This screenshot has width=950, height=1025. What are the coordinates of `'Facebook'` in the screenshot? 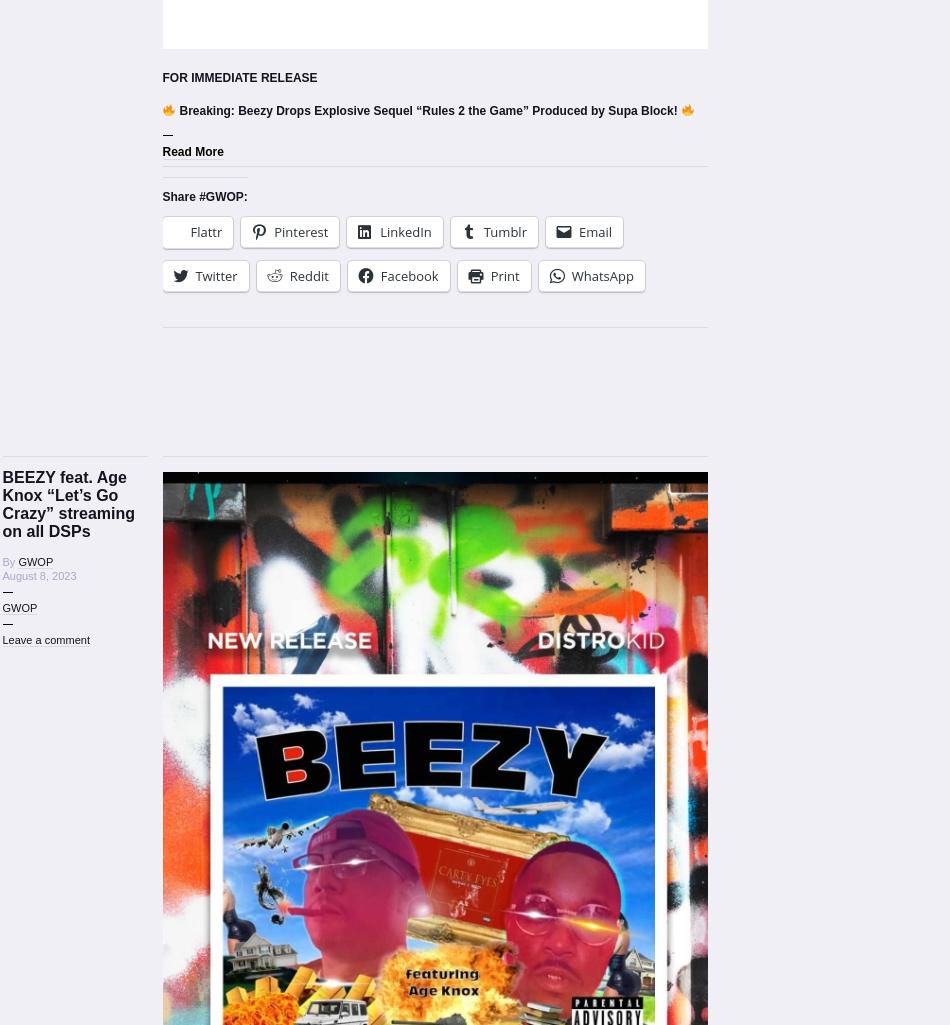 It's located at (407, 274).